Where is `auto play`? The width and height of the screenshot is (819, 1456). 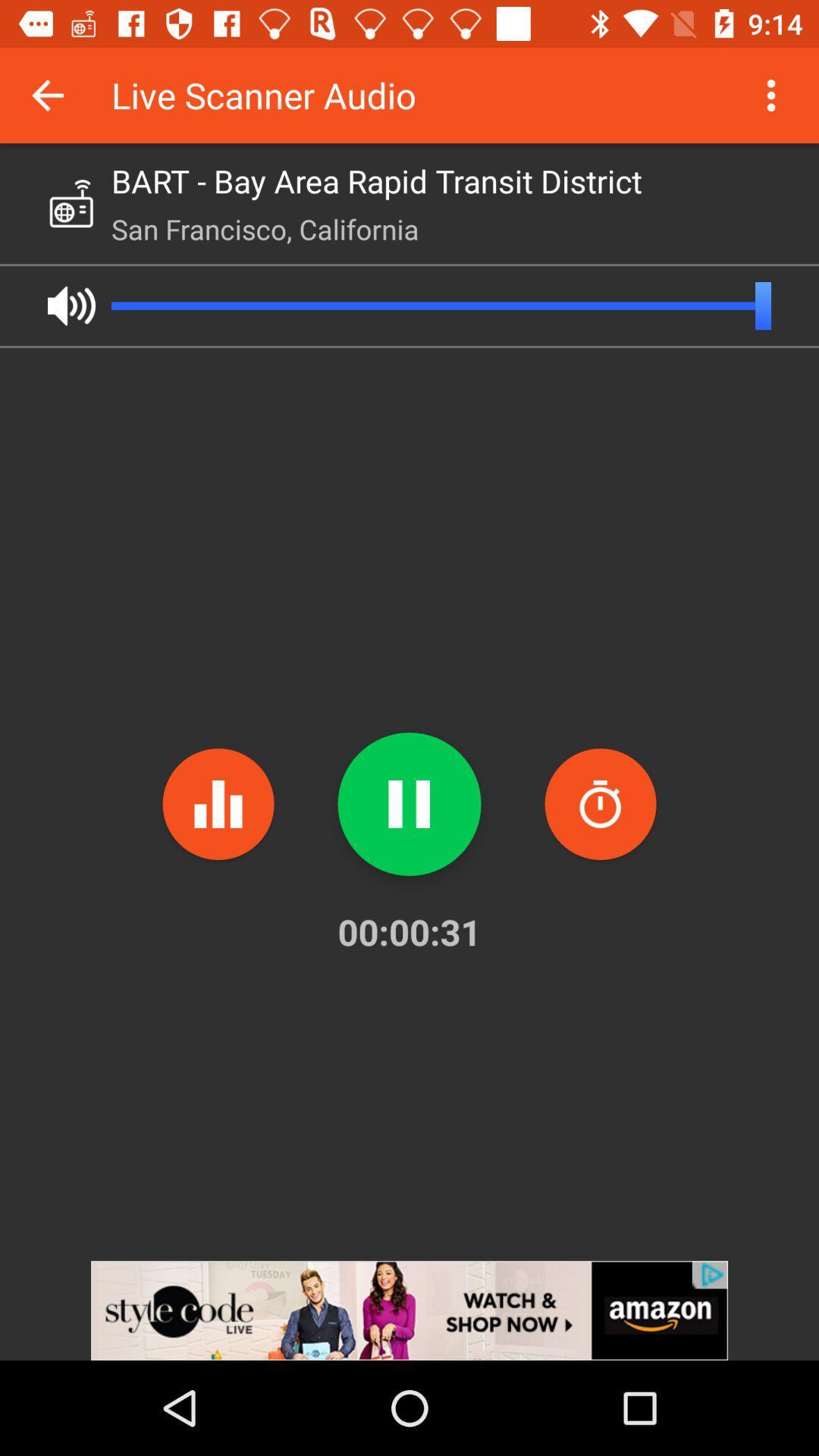 auto play is located at coordinates (71, 305).